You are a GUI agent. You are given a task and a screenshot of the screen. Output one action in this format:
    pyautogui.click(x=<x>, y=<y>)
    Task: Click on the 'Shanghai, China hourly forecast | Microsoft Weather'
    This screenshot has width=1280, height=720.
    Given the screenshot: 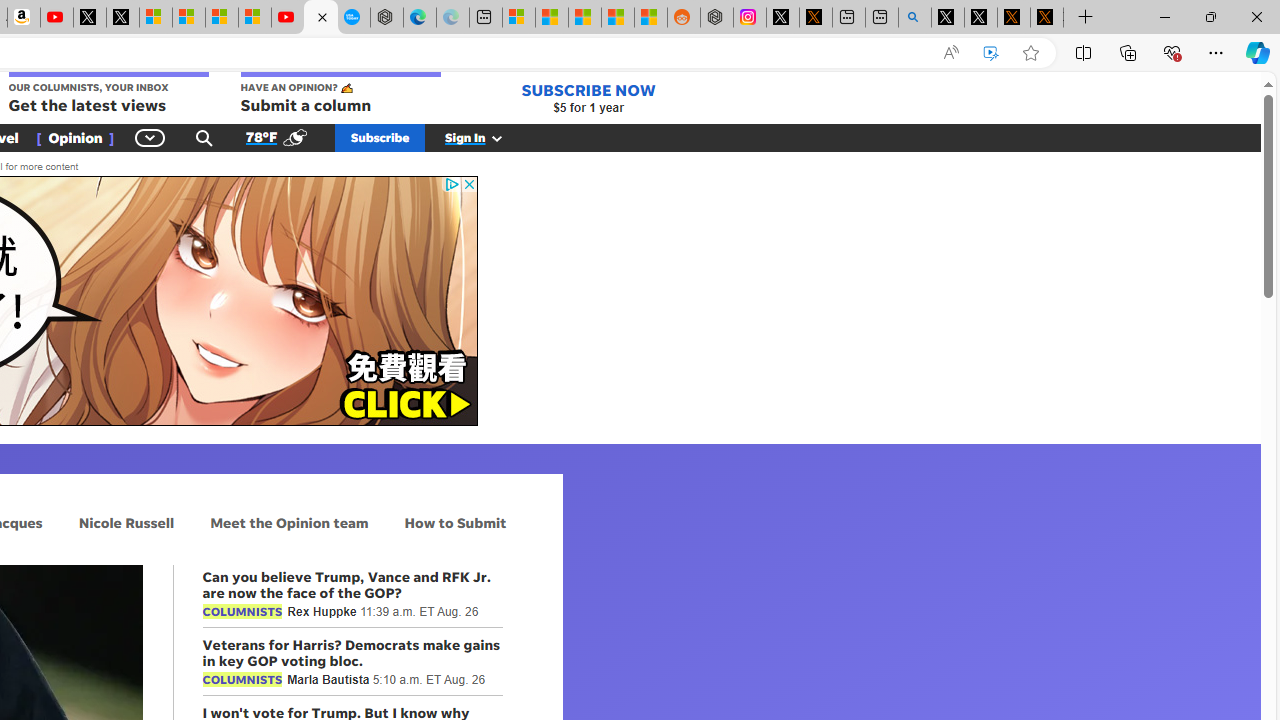 What is the action you would take?
    pyautogui.click(x=584, y=17)
    